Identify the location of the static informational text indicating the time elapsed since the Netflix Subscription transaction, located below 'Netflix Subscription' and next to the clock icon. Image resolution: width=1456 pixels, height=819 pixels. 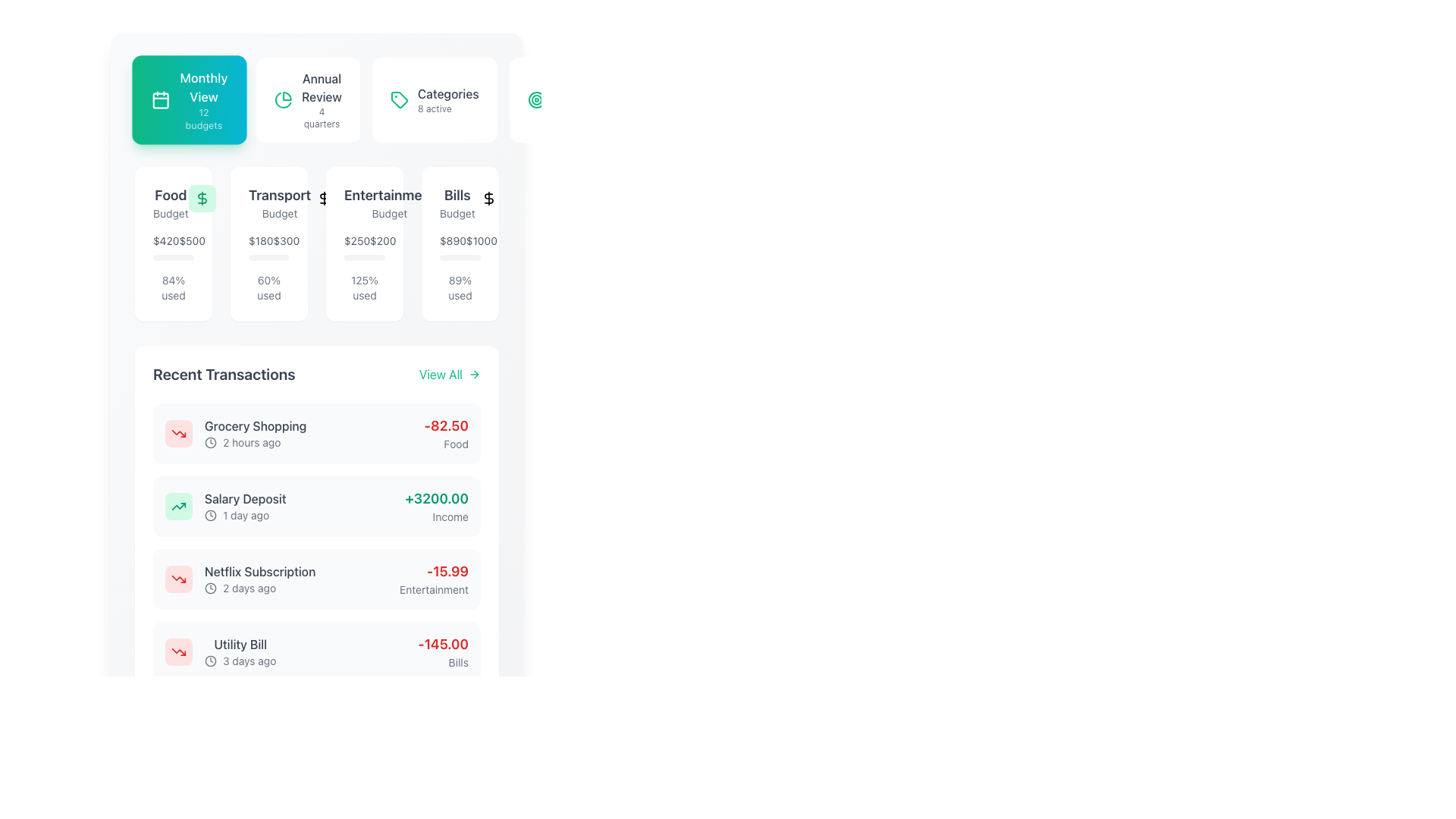
(260, 587).